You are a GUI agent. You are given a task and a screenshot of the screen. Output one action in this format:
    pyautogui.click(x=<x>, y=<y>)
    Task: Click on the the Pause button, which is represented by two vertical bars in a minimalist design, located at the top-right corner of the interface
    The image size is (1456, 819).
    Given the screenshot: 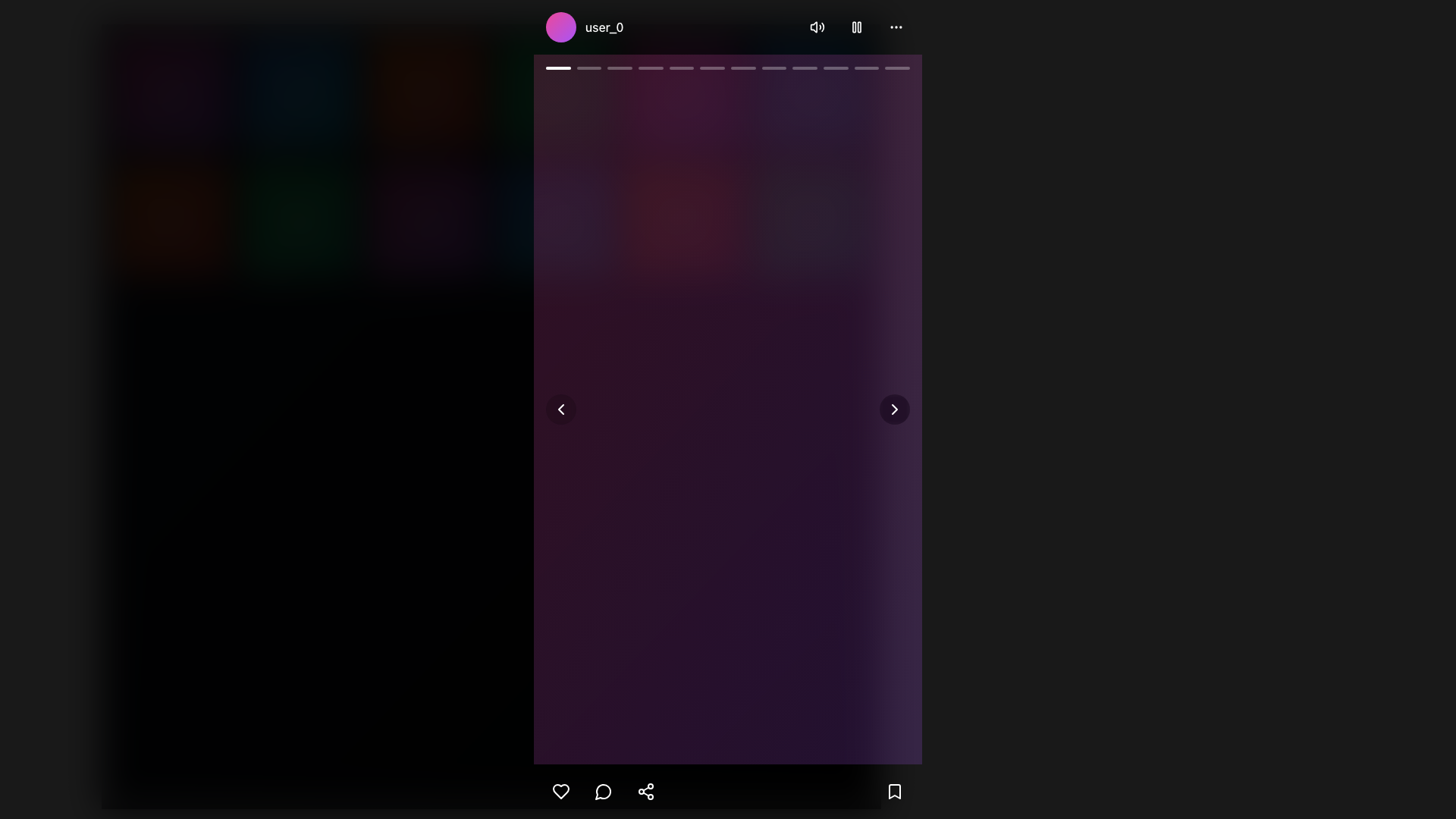 What is the action you would take?
    pyautogui.click(x=856, y=27)
    